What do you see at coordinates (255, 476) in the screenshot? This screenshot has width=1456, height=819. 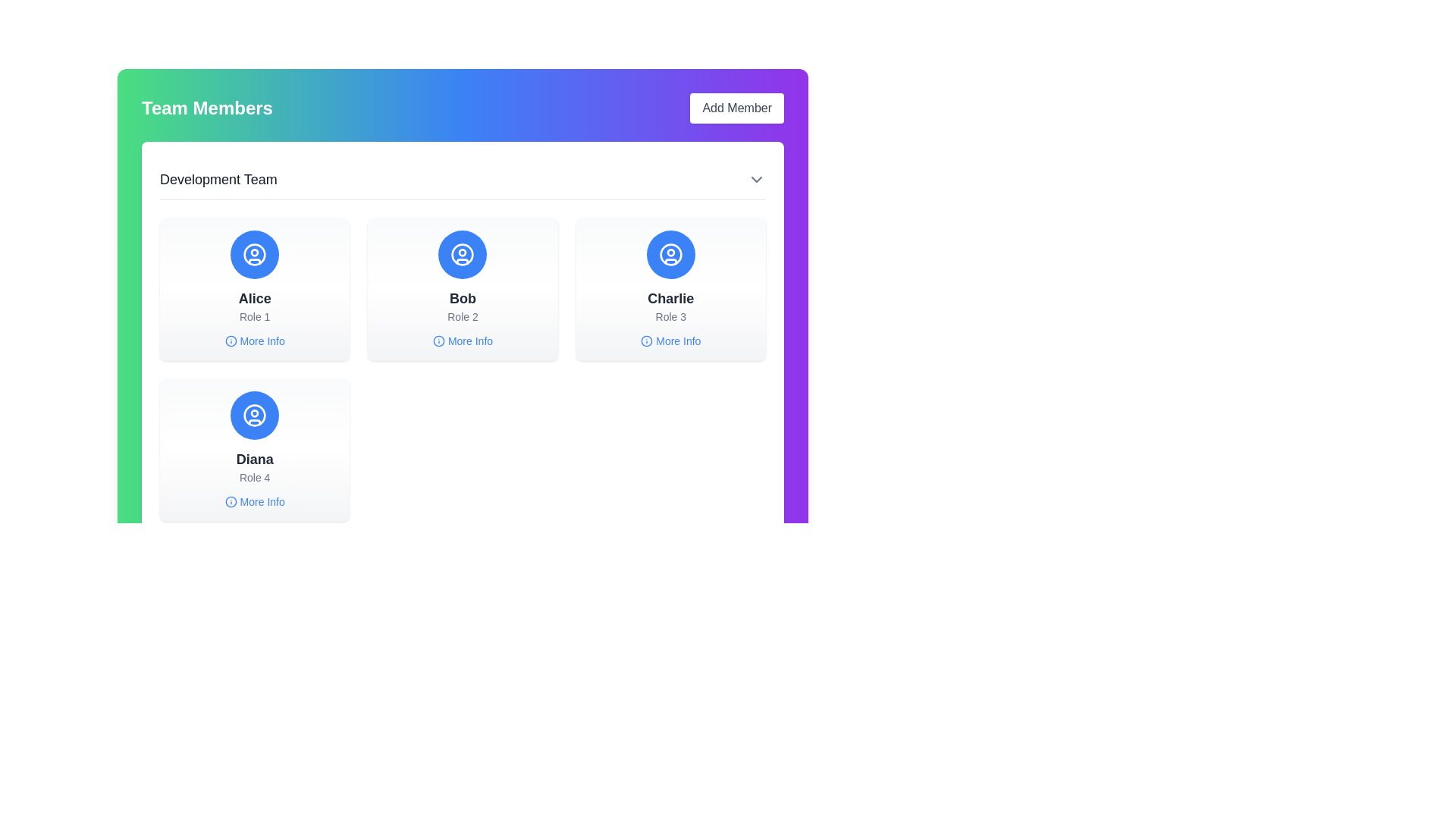 I see `the text label displaying 'Role 4' which is located beneath the name 'Diana' in the team member card grid` at bounding box center [255, 476].